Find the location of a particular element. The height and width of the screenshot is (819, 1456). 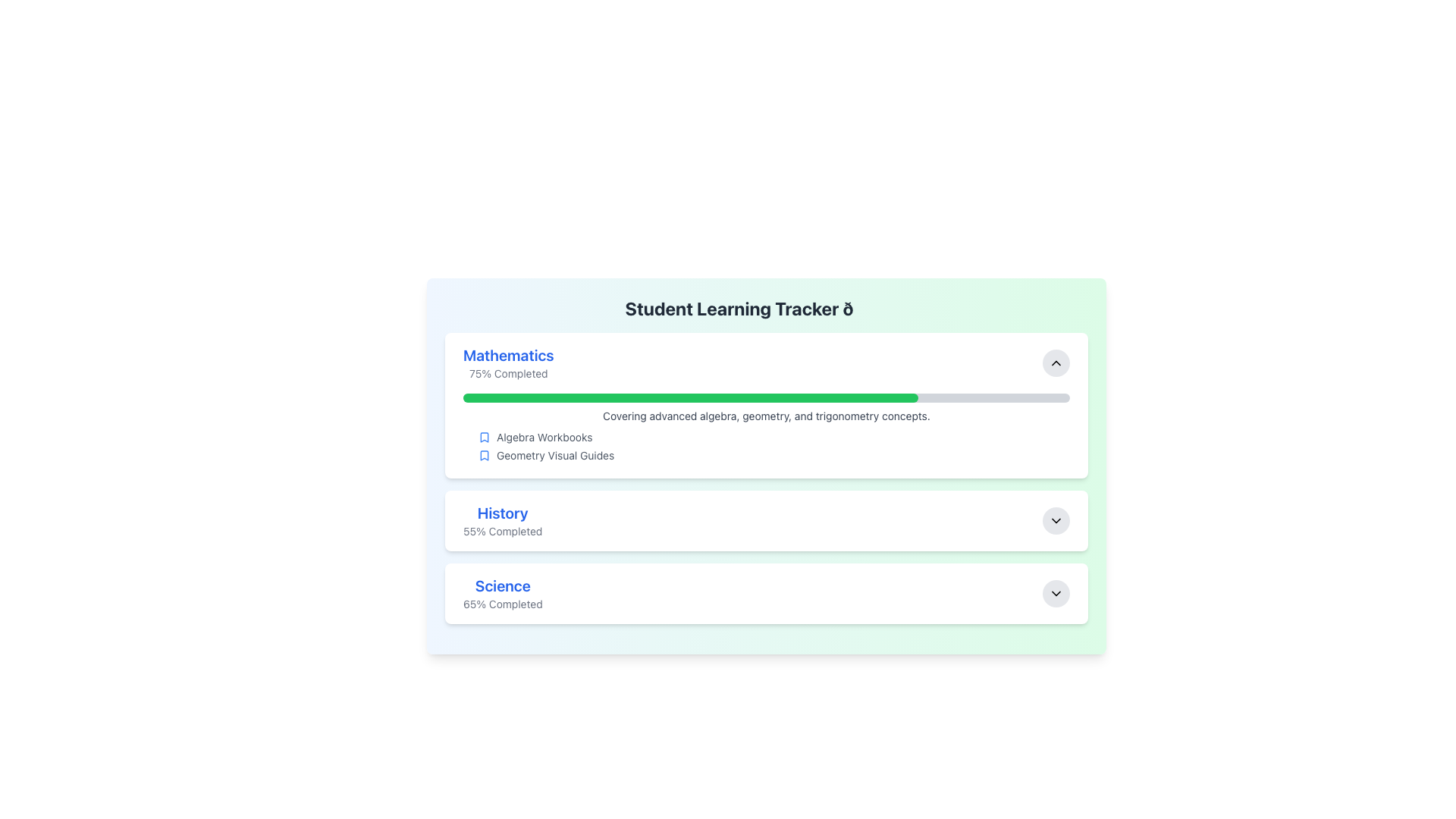

the static text element that displays the completion percentage for the 'Science' module, located at the bottom of the 'Science' card is located at coordinates (503, 604).